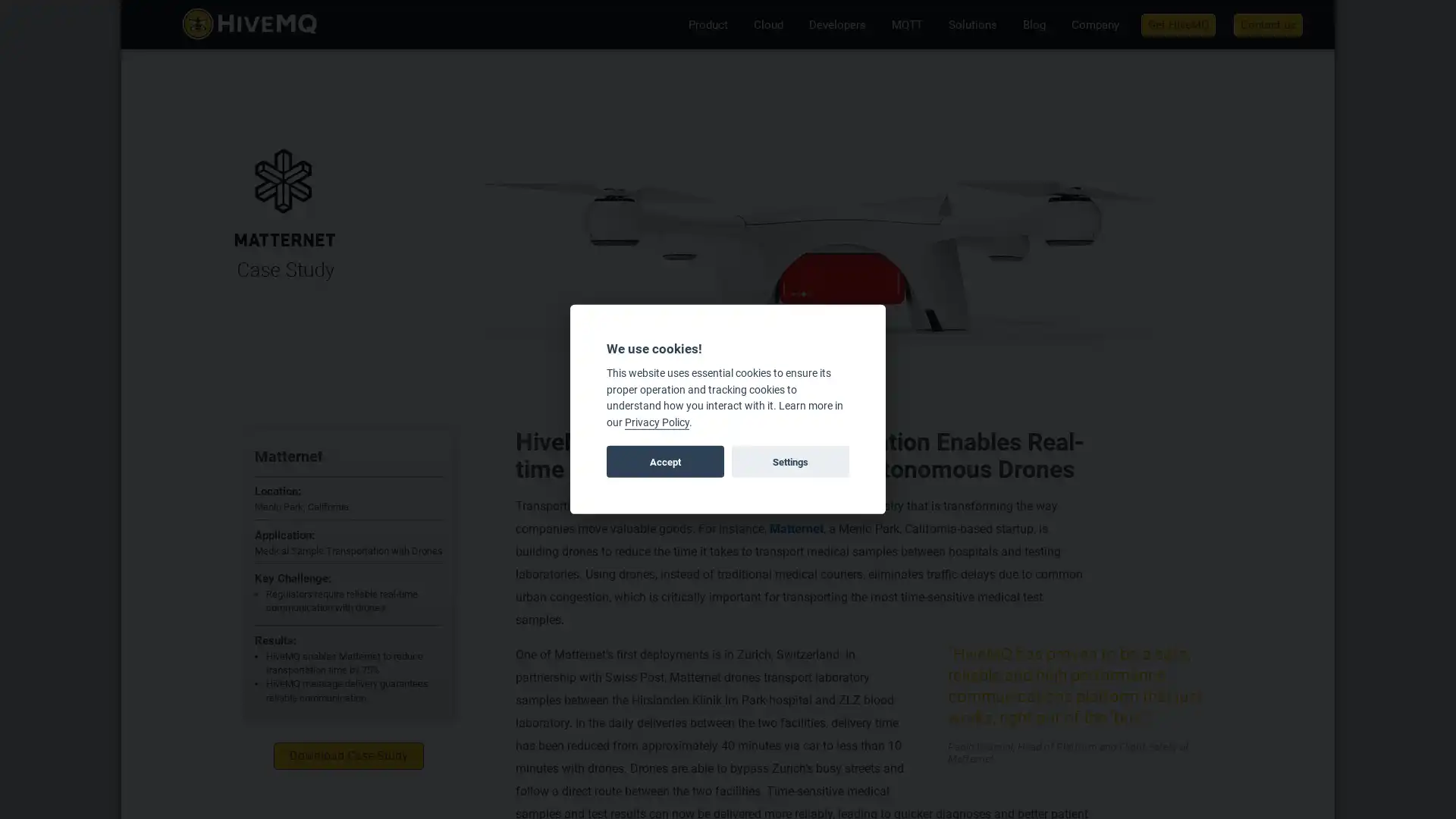 The height and width of the screenshot is (819, 1456). What do you see at coordinates (1268, 24) in the screenshot?
I see `Contact us` at bounding box center [1268, 24].